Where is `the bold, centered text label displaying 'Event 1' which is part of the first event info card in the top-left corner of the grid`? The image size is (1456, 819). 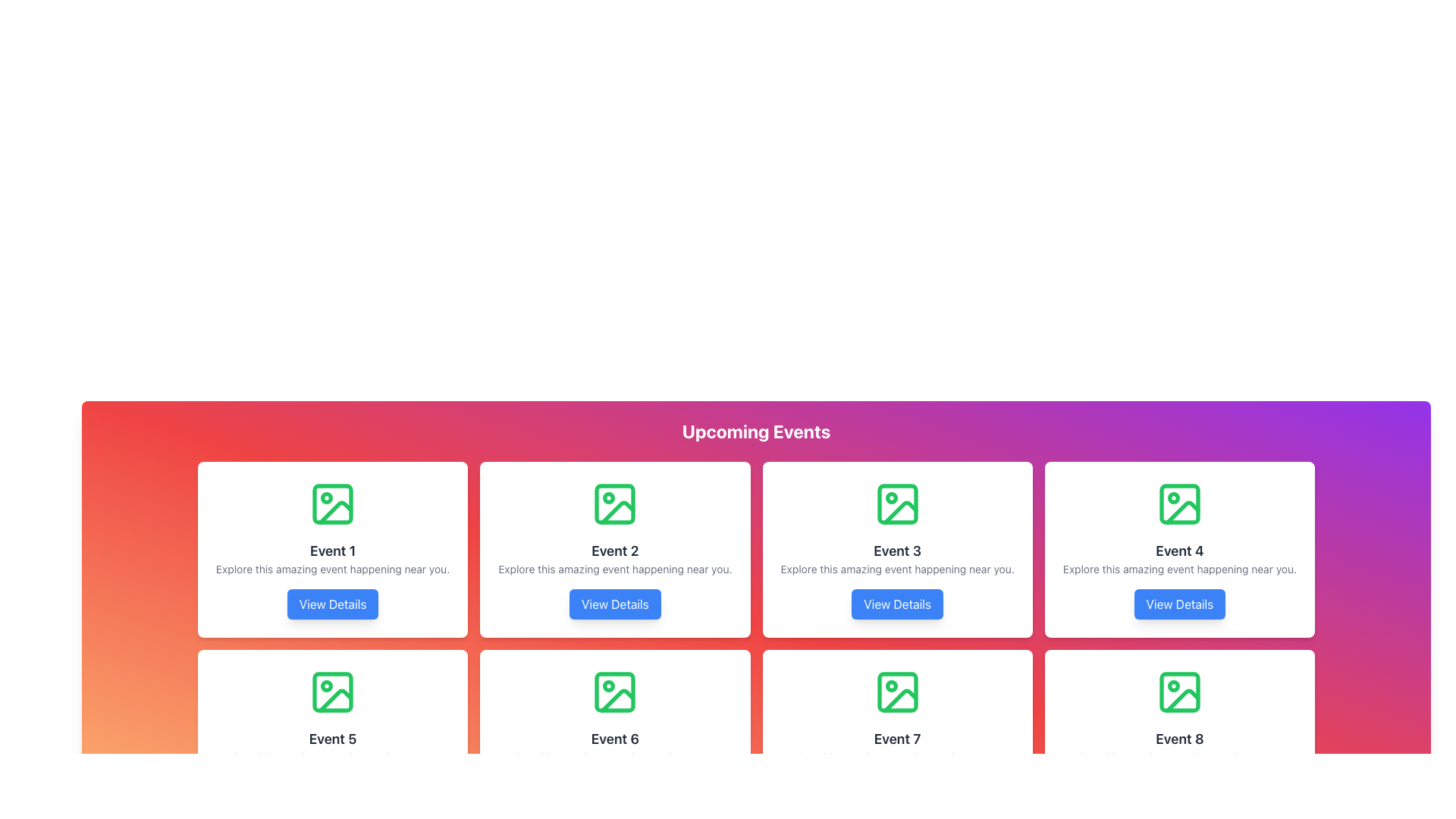 the bold, centered text label displaying 'Event 1' which is part of the first event info card in the top-left corner of the grid is located at coordinates (332, 551).